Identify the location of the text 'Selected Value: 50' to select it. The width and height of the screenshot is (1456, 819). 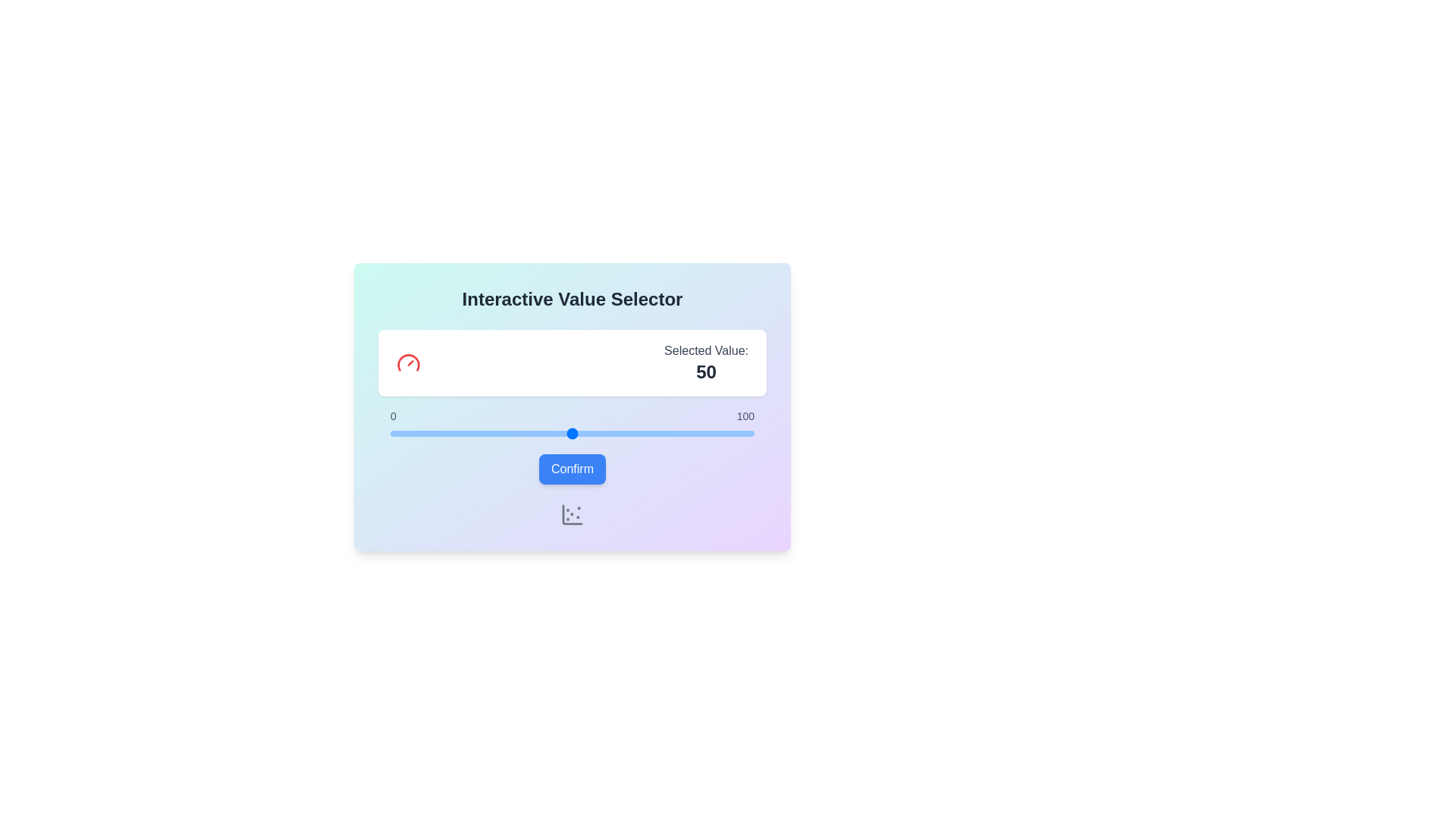
(571, 362).